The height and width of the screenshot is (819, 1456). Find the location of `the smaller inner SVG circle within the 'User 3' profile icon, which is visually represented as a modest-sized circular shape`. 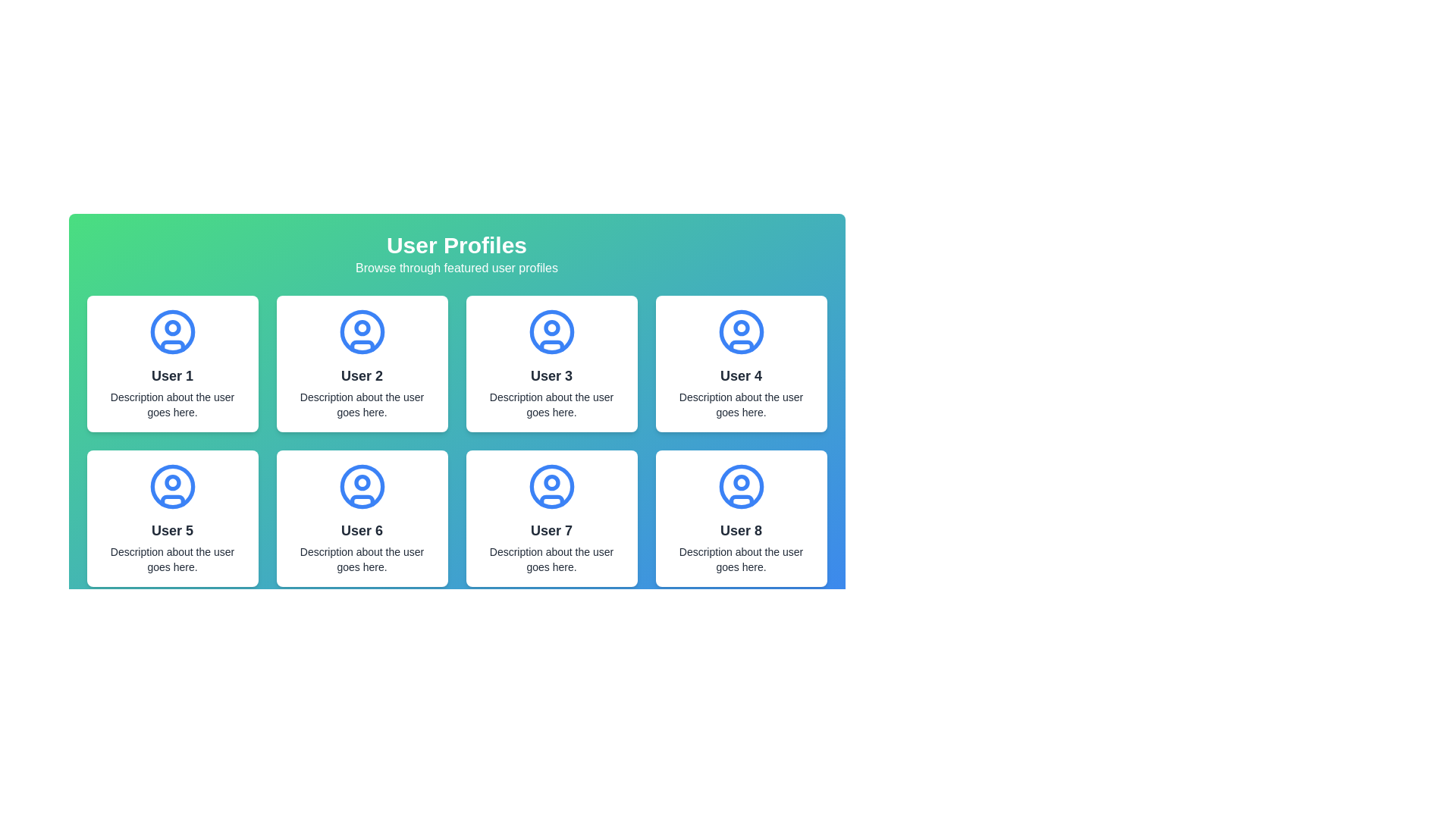

the smaller inner SVG circle within the 'User 3' profile icon, which is visually represented as a modest-sized circular shape is located at coordinates (551, 327).